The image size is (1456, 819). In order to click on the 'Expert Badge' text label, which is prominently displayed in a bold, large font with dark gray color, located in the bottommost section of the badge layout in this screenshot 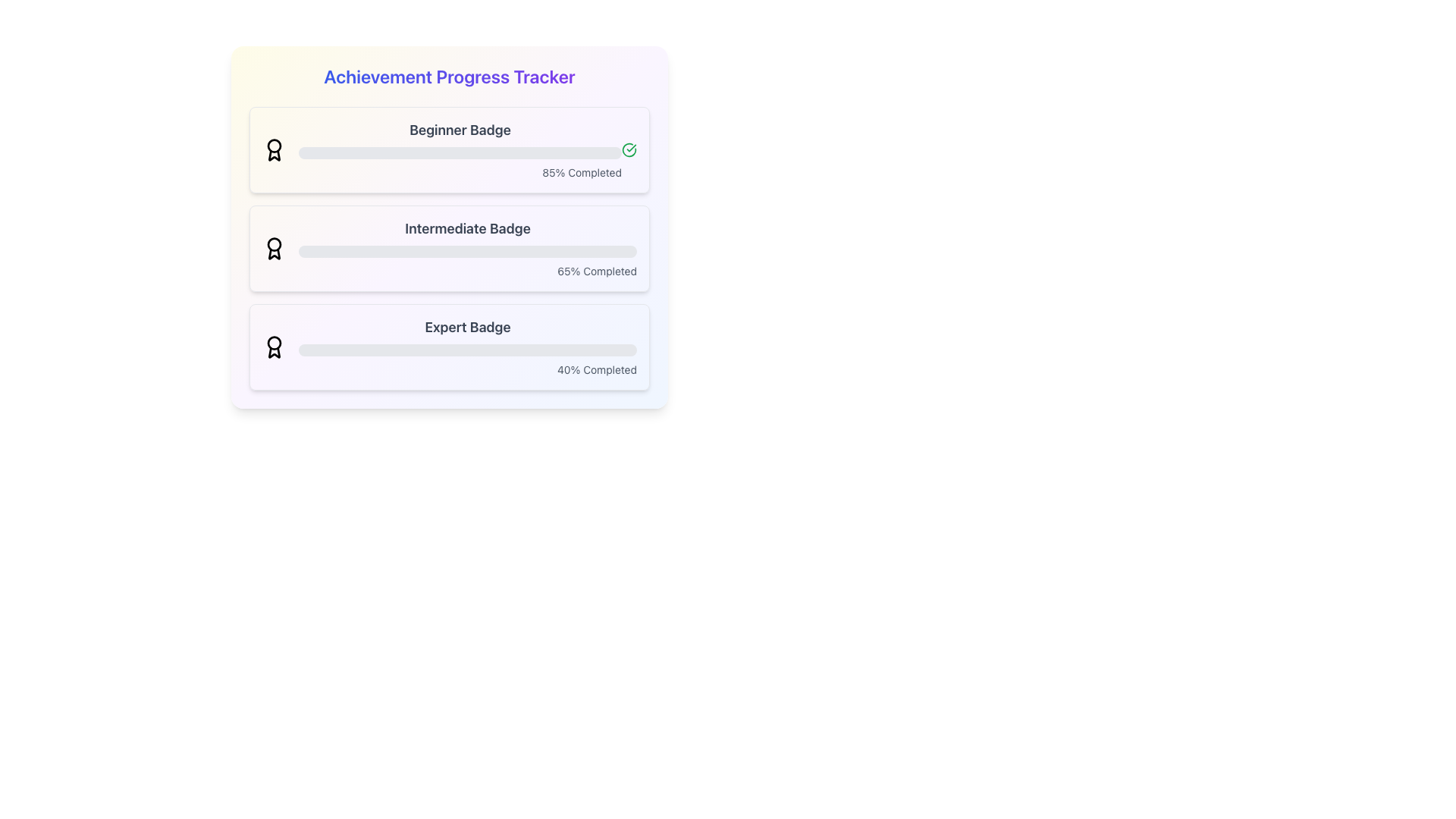, I will do `click(467, 327)`.